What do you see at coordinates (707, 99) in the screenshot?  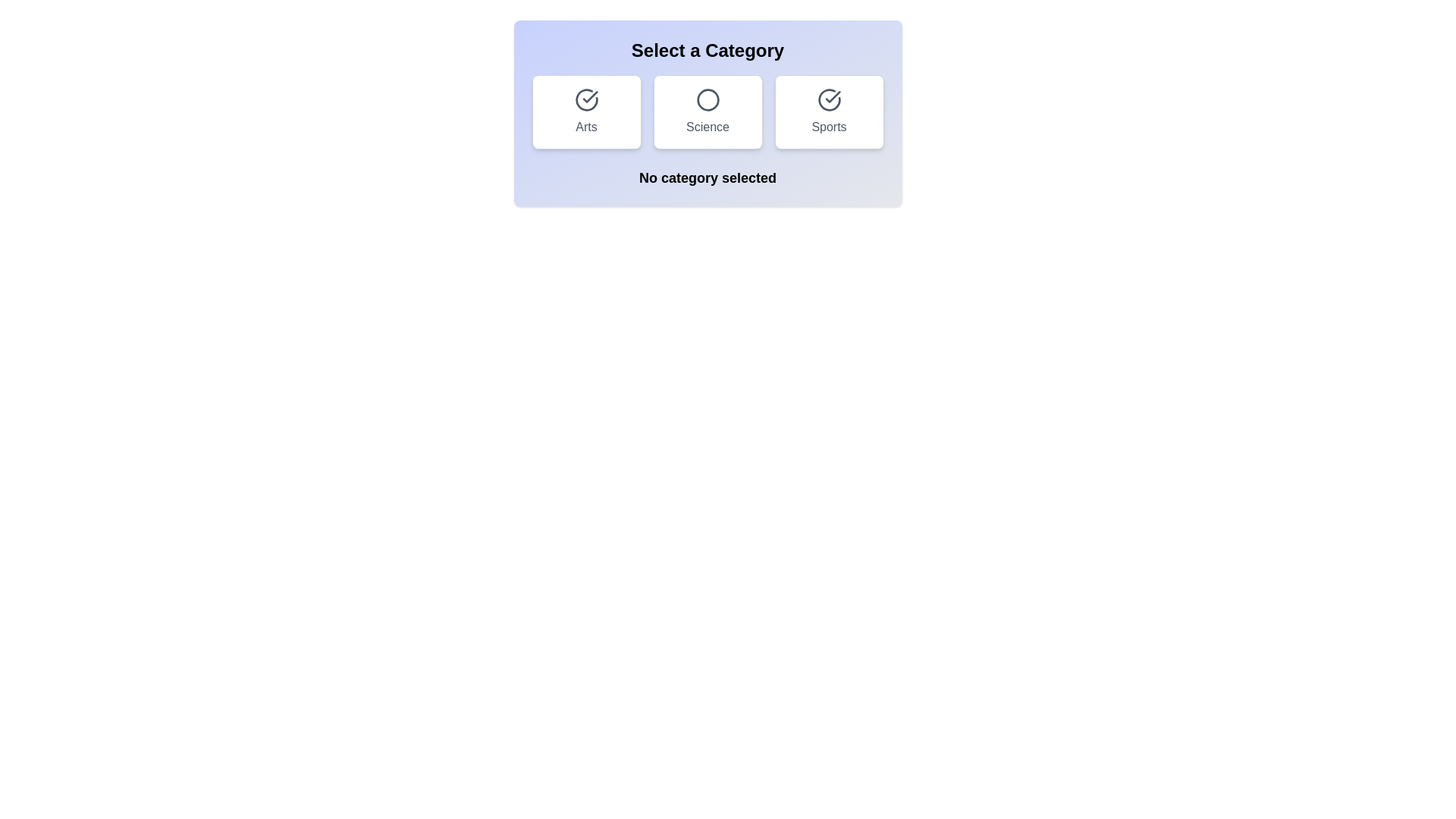 I see `the circular icon with a two-tone design located in the center of the 'Science' card` at bounding box center [707, 99].